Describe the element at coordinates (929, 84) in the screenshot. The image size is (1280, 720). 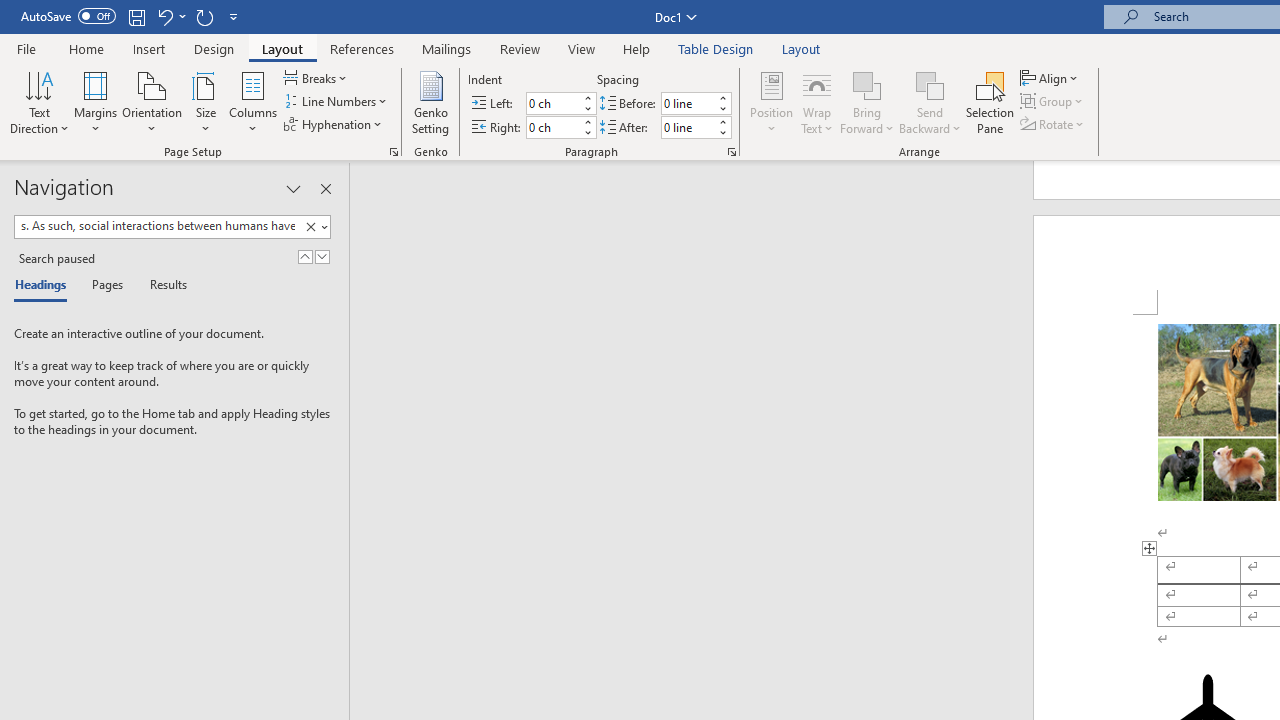
I see `'Send Backward'` at that location.